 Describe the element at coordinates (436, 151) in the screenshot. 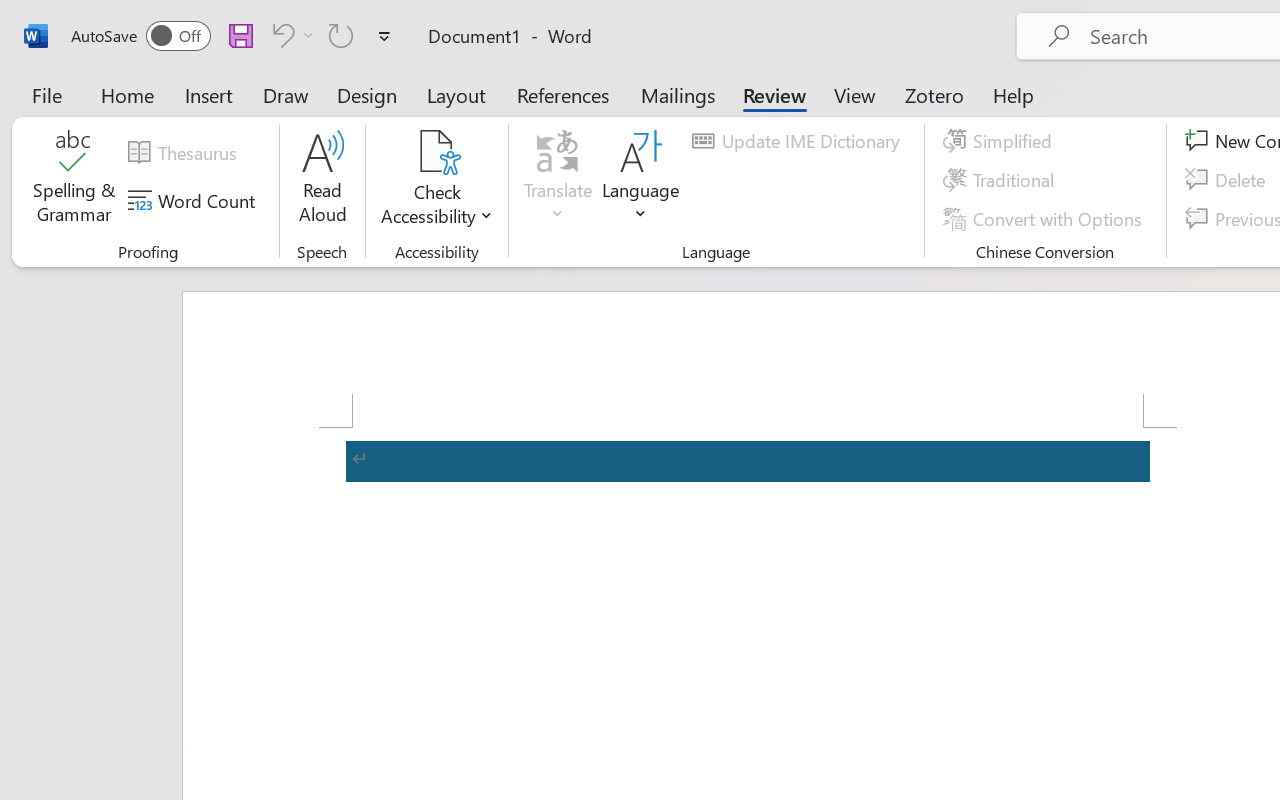

I see `'Check Accessibility'` at that location.